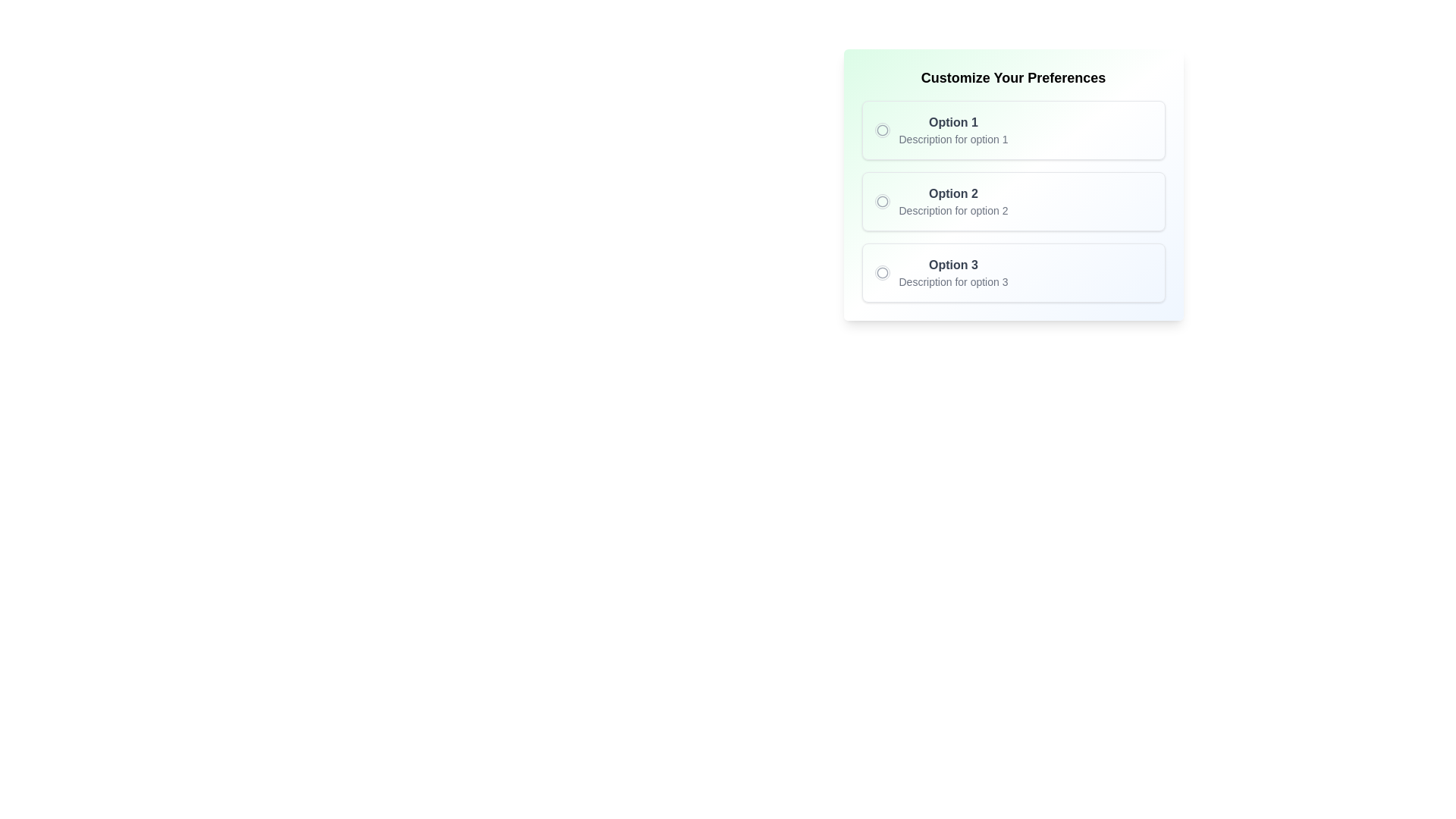 The height and width of the screenshot is (819, 1456). What do you see at coordinates (882, 130) in the screenshot?
I see `the first radio button labeled 'Option 1'` at bounding box center [882, 130].